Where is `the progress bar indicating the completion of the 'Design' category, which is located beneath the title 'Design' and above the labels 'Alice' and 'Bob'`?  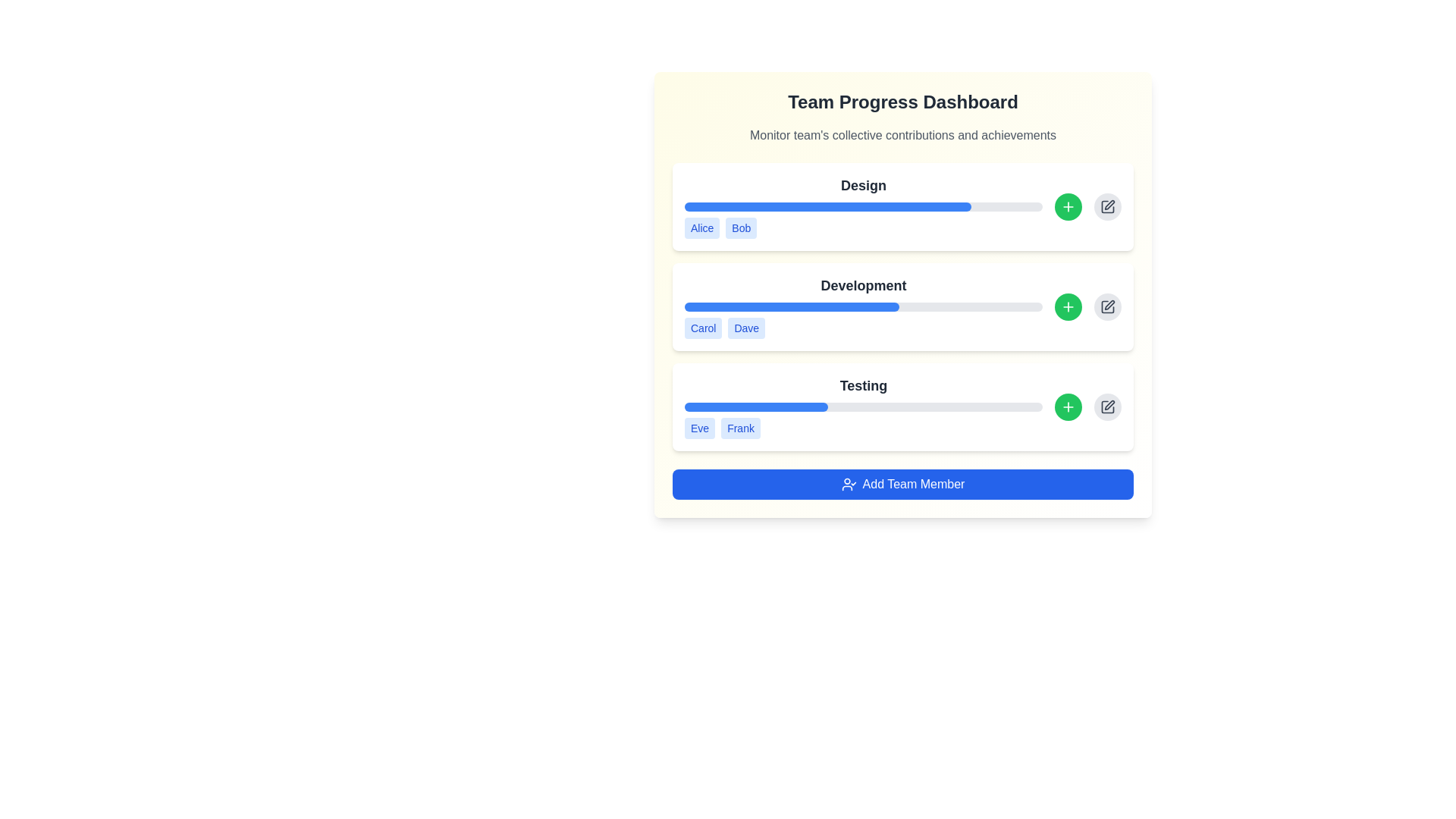
the progress bar indicating the completion of the 'Design' category, which is located beneath the title 'Design' and above the labels 'Alice' and 'Bob' is located at coordinates (863, 207).